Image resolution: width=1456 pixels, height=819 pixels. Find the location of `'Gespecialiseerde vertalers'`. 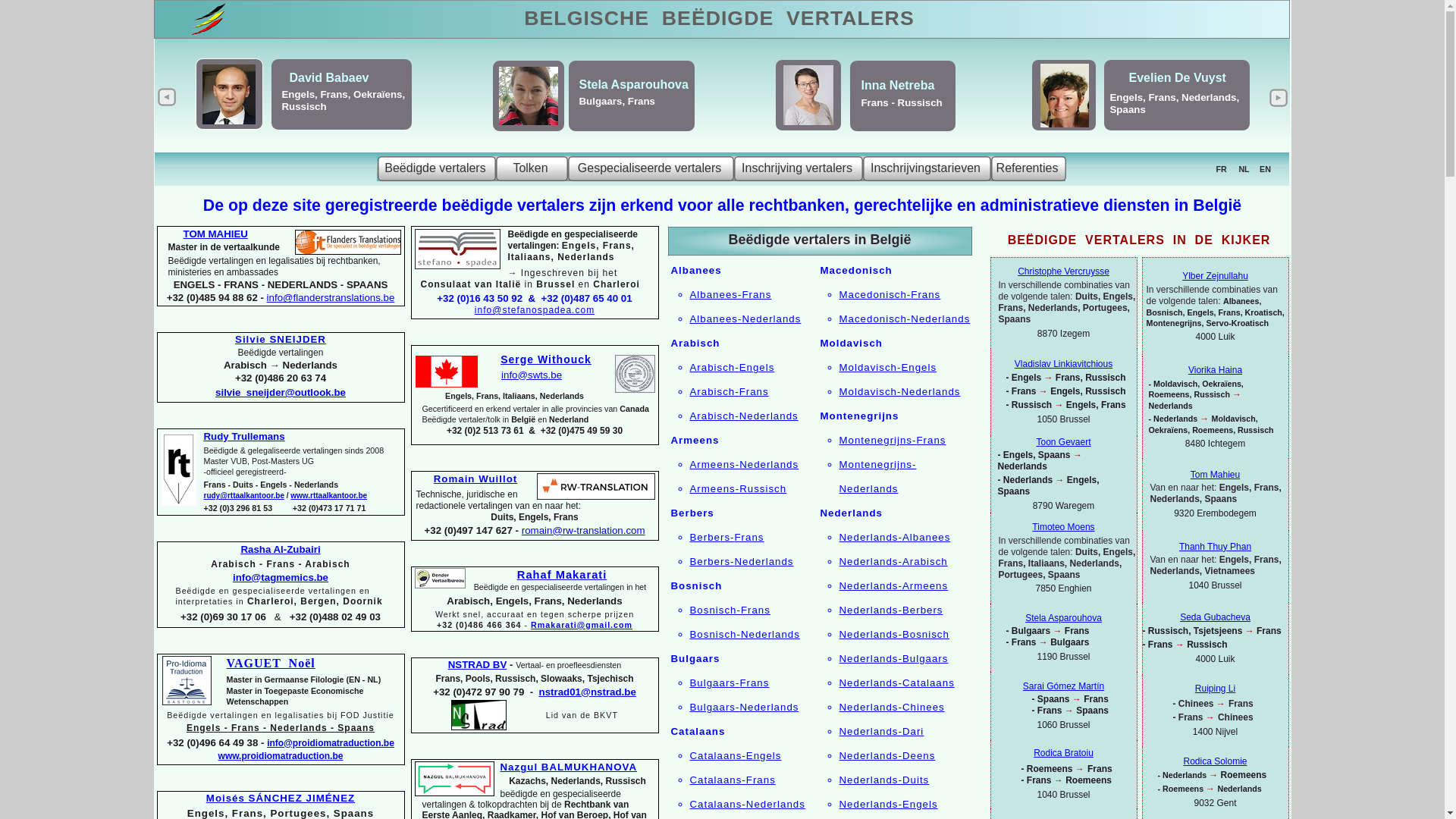

'Gespecialiseerde vertalers' is located at coordinates (650, 168).